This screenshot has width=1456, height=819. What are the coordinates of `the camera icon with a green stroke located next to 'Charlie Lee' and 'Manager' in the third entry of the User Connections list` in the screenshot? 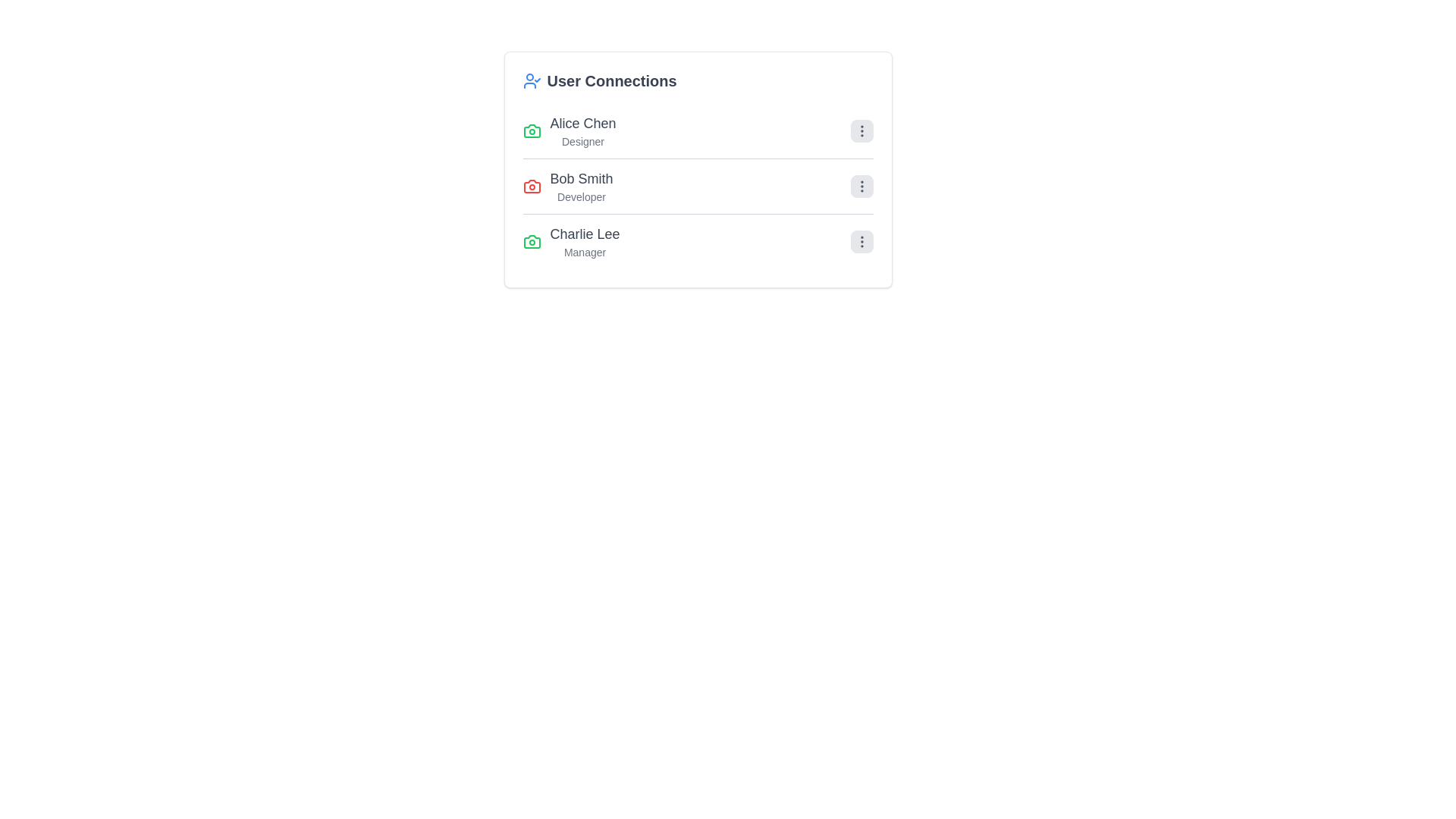 It's located at (532, 241).